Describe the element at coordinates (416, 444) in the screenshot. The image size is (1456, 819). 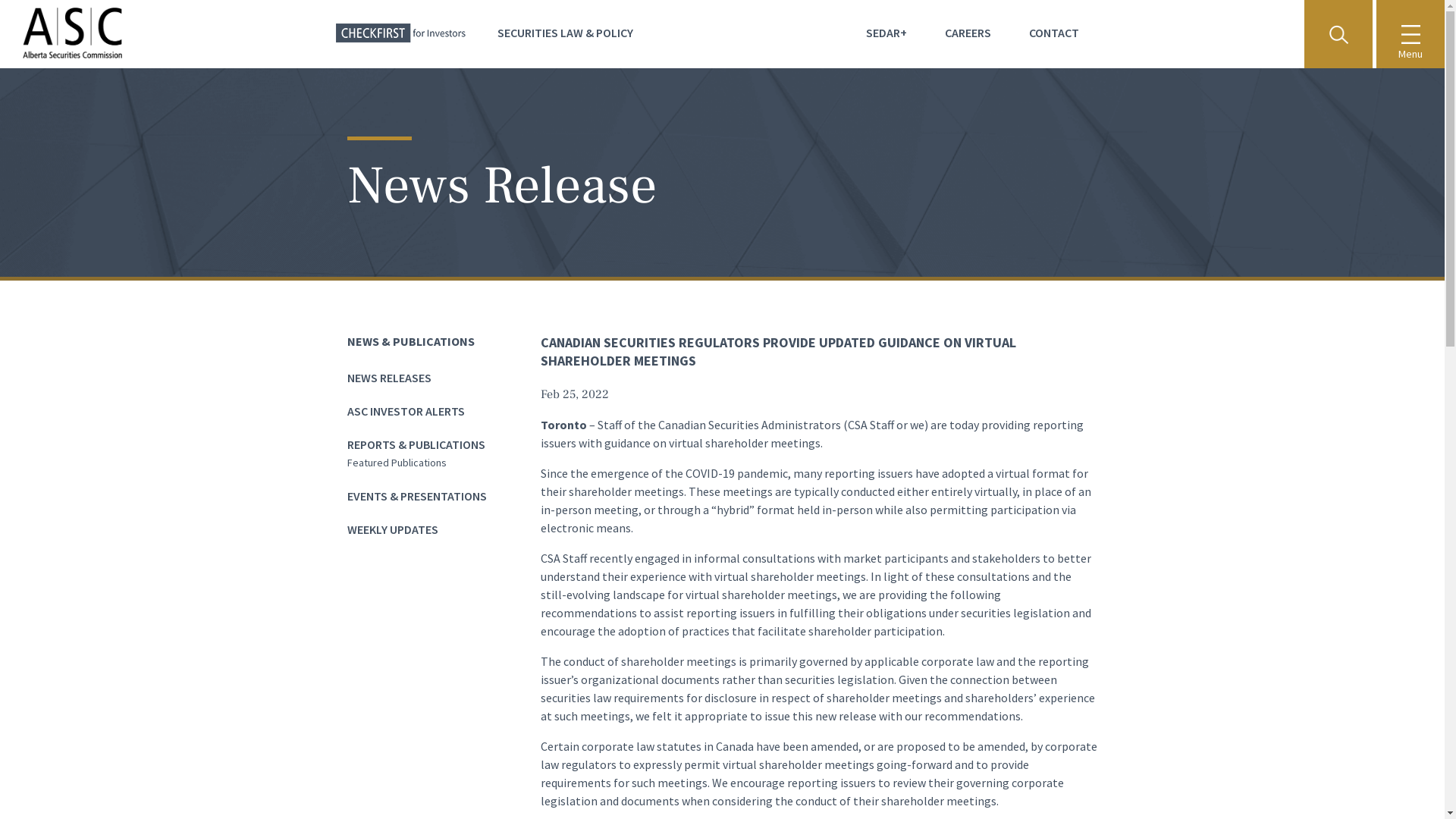
I see `'REPORTS & PUBLICATIONS'` at that location.